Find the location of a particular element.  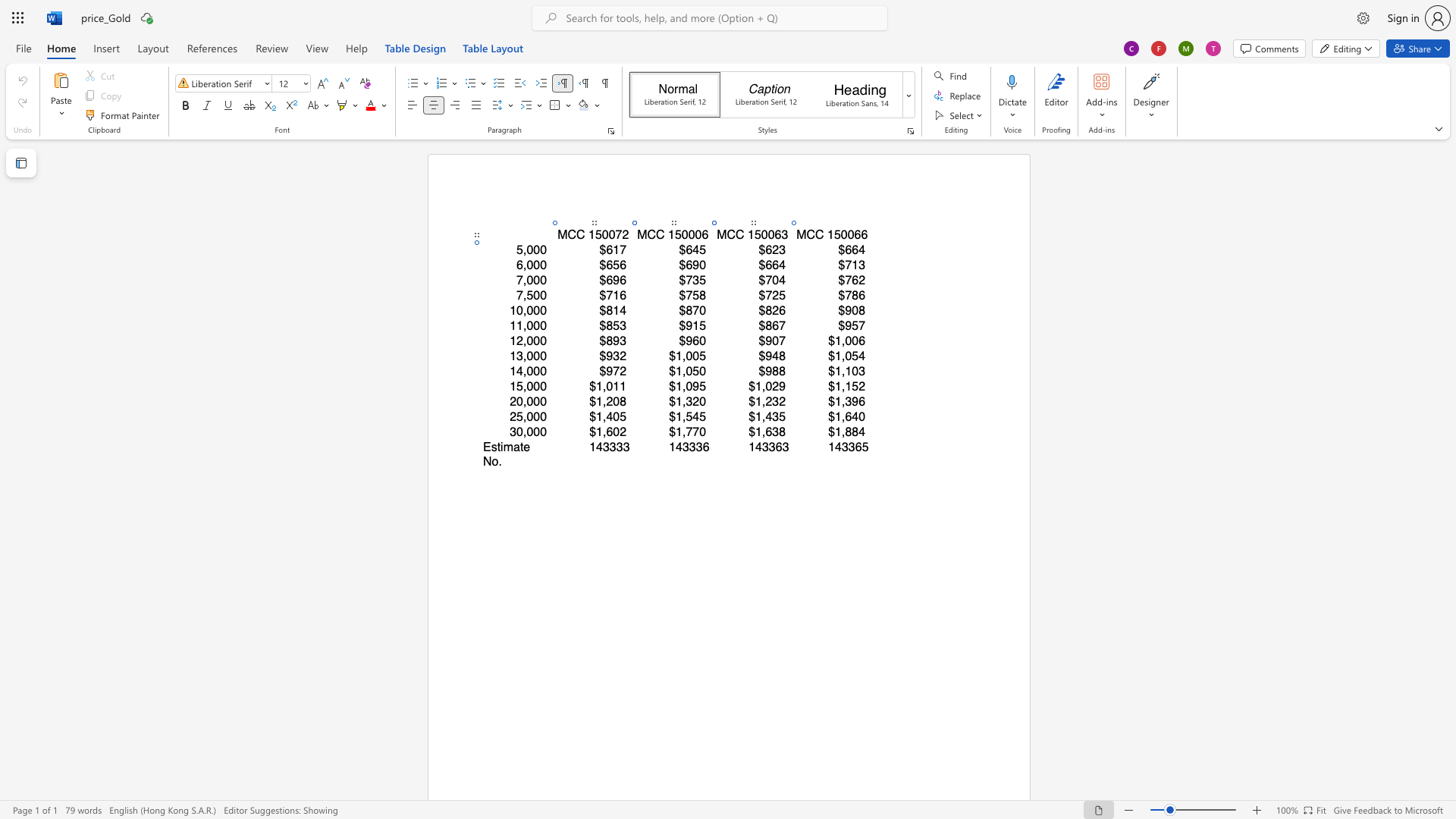

the 1th character "M" in the text is located at coordinates (800, 234).